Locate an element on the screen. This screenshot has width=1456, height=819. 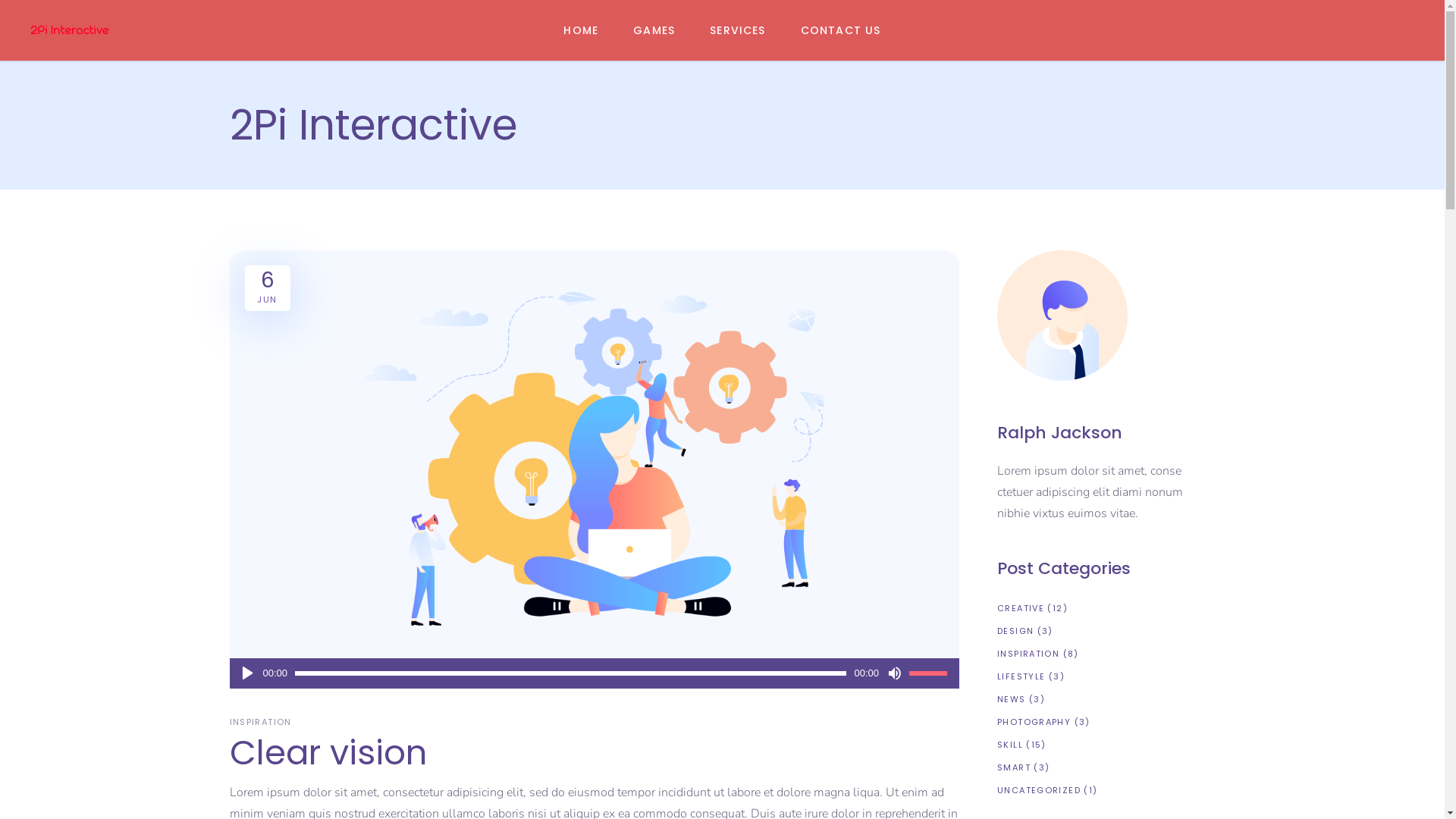
'SKILL' is located at coordinates (997, 744).